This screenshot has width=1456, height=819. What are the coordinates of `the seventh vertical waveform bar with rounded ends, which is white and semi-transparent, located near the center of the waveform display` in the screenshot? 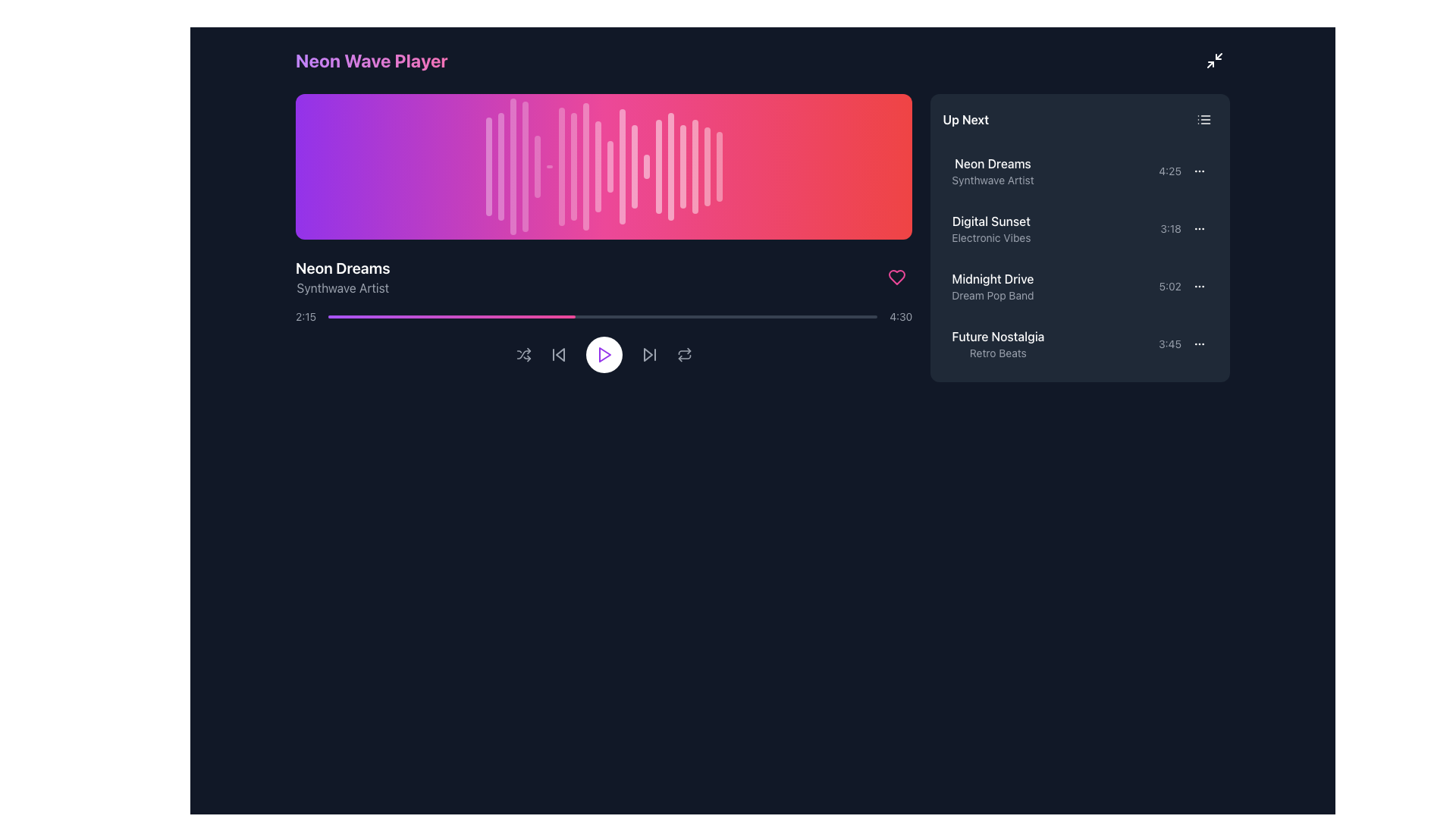 It's located at (560, 166).